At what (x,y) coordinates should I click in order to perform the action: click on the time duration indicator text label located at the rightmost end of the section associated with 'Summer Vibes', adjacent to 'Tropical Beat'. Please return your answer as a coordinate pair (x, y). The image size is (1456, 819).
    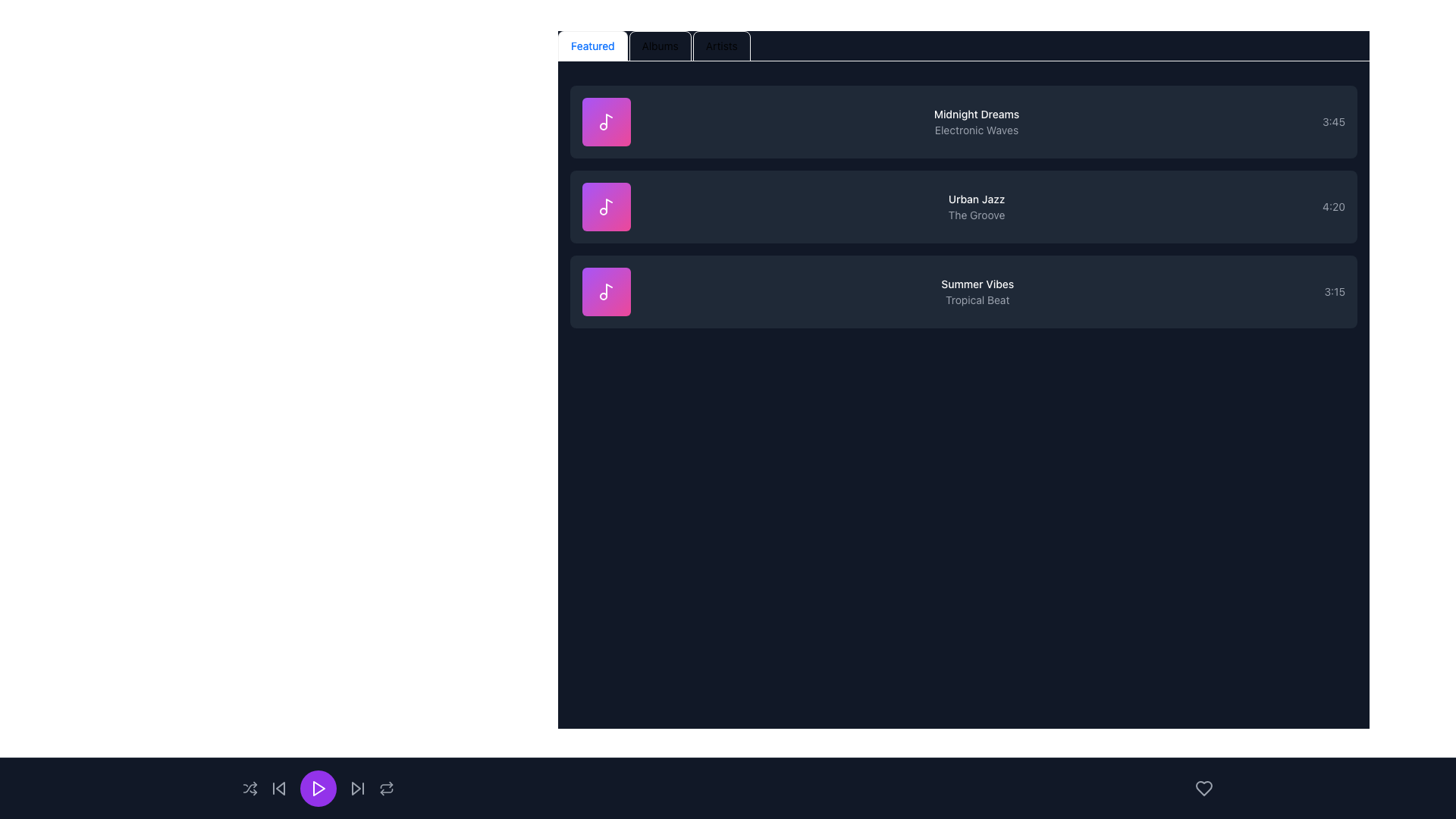
    Looking at the image, I should click on (1335, 292).